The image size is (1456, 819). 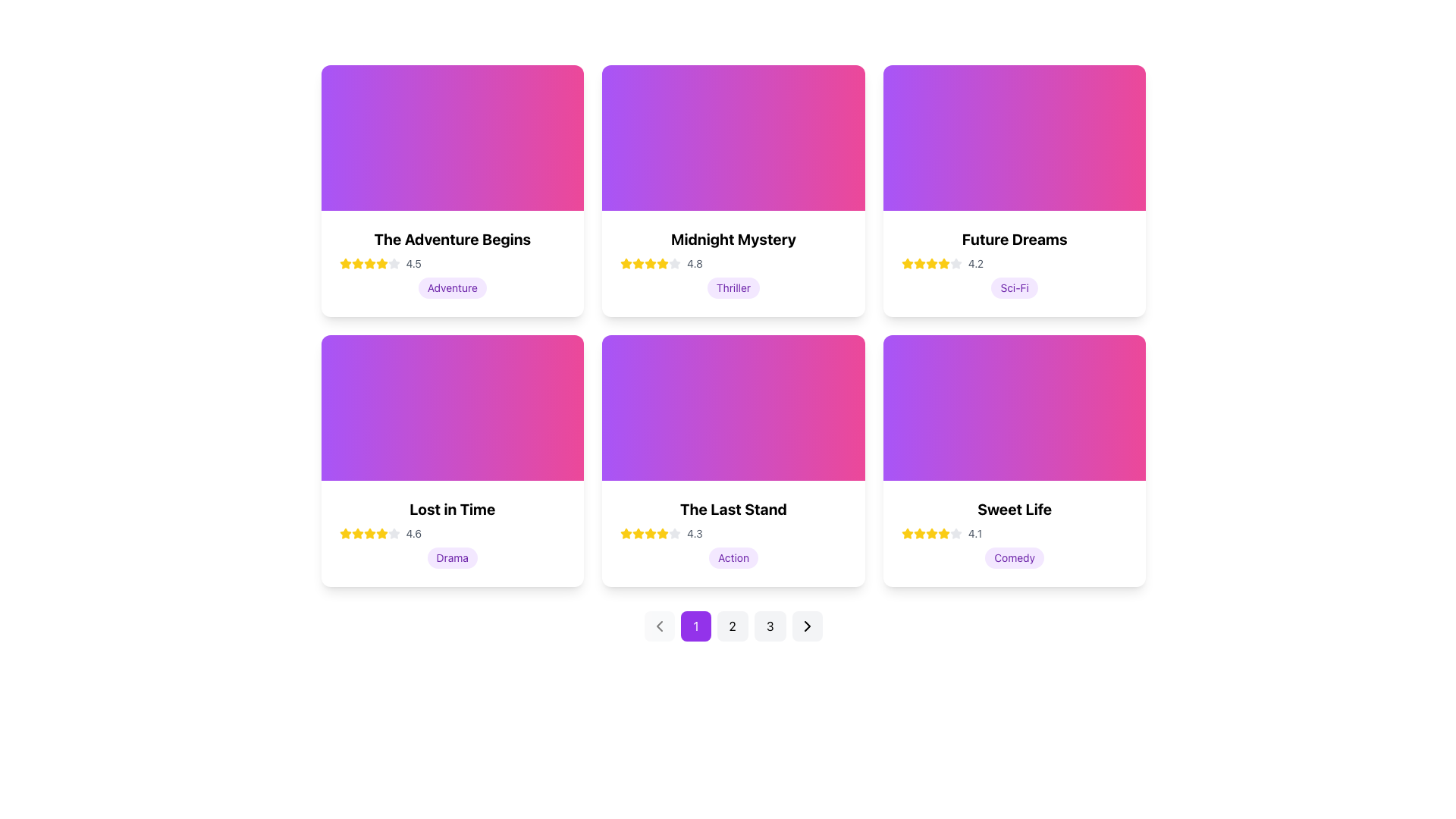 What do you see at coordinates (369, 533) in the screenshot?
I see `the fourth star icon in the rating section of the 'Lost in Time' item to indirectly modify the rating score` at bounding box center [369, 533].